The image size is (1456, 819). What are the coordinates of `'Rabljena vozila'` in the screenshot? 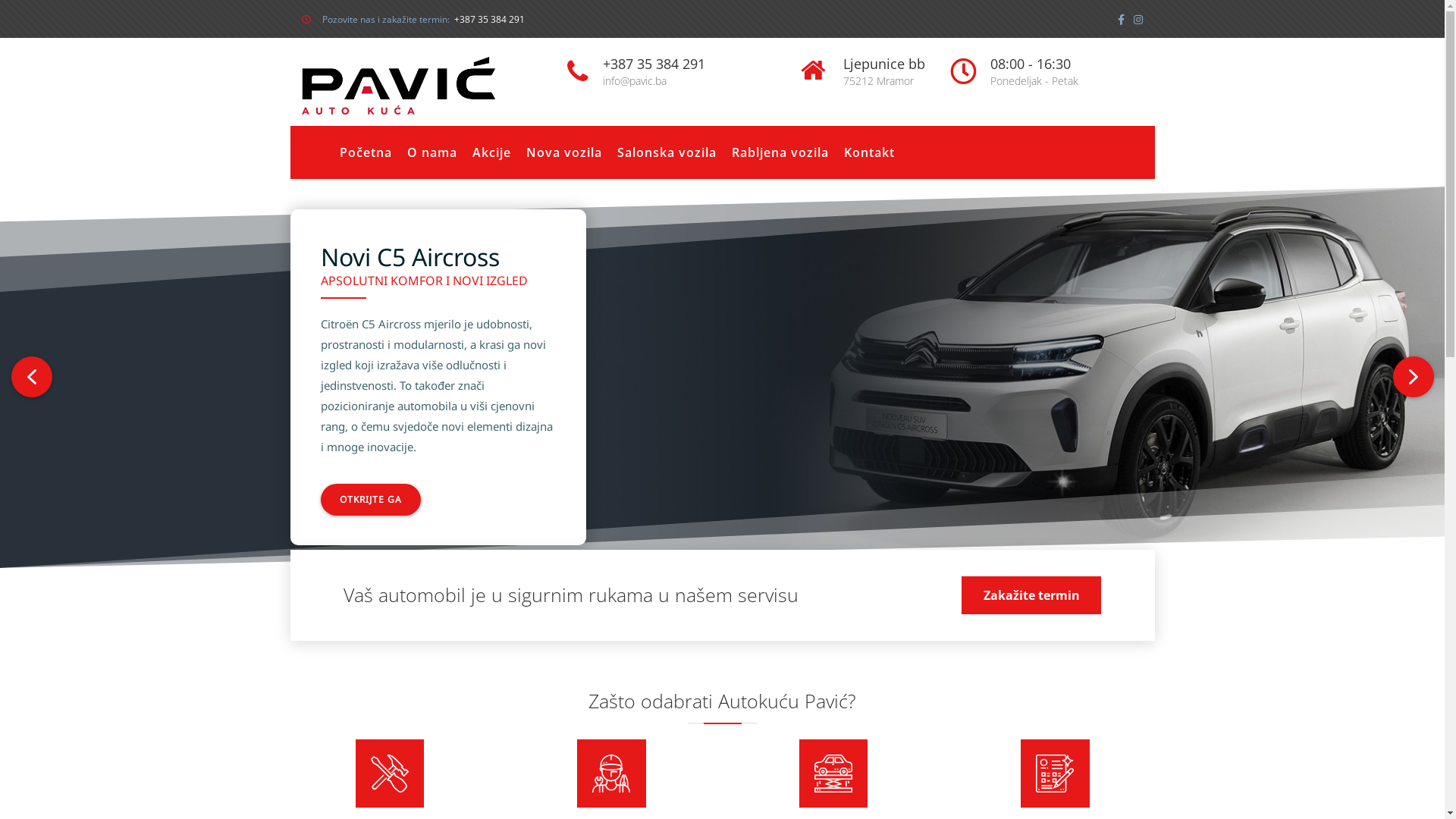 It's located at (779, 152).